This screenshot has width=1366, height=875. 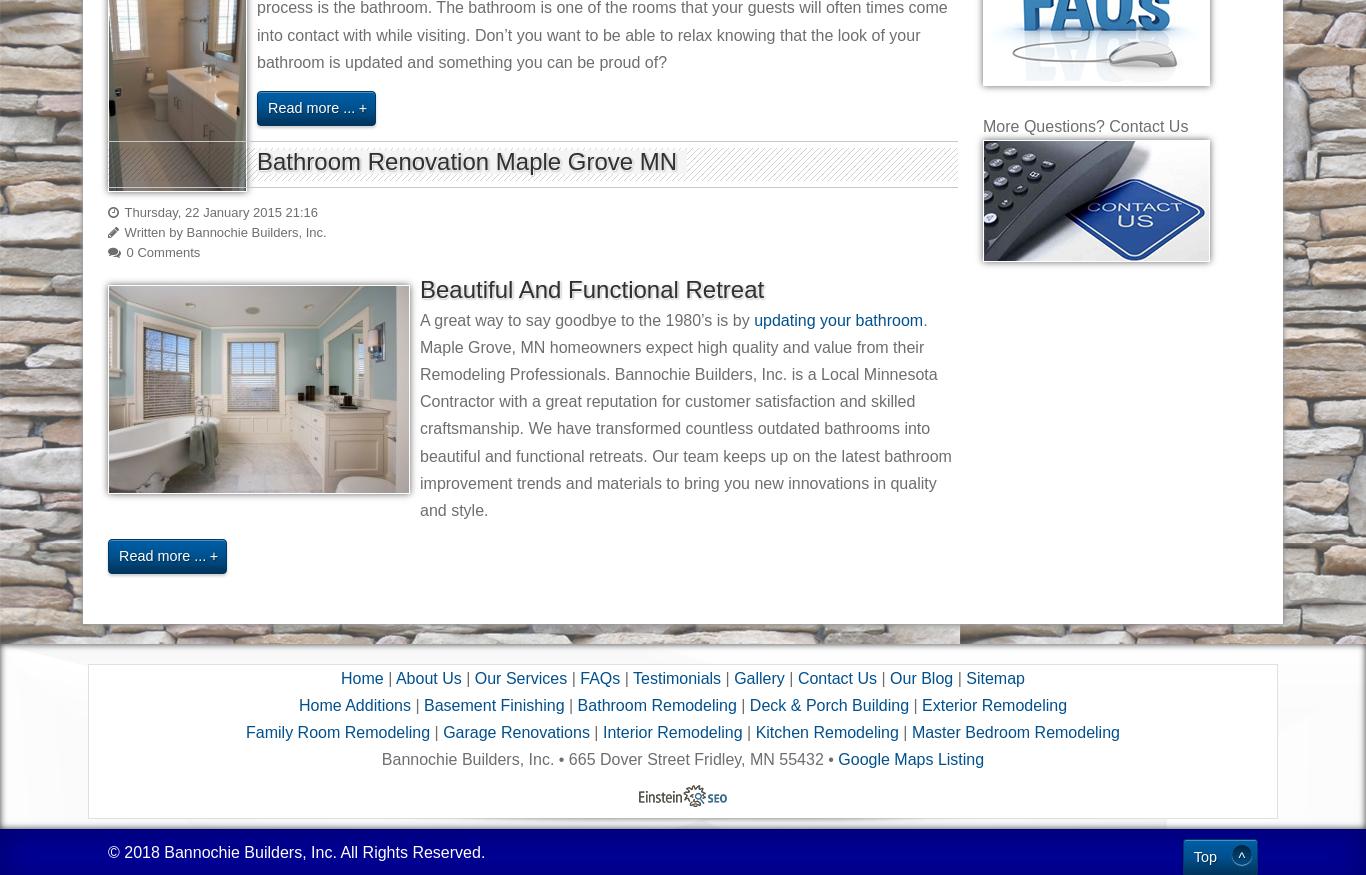 I want to click on 'updating your bathroom', so click(x=837, y=319).